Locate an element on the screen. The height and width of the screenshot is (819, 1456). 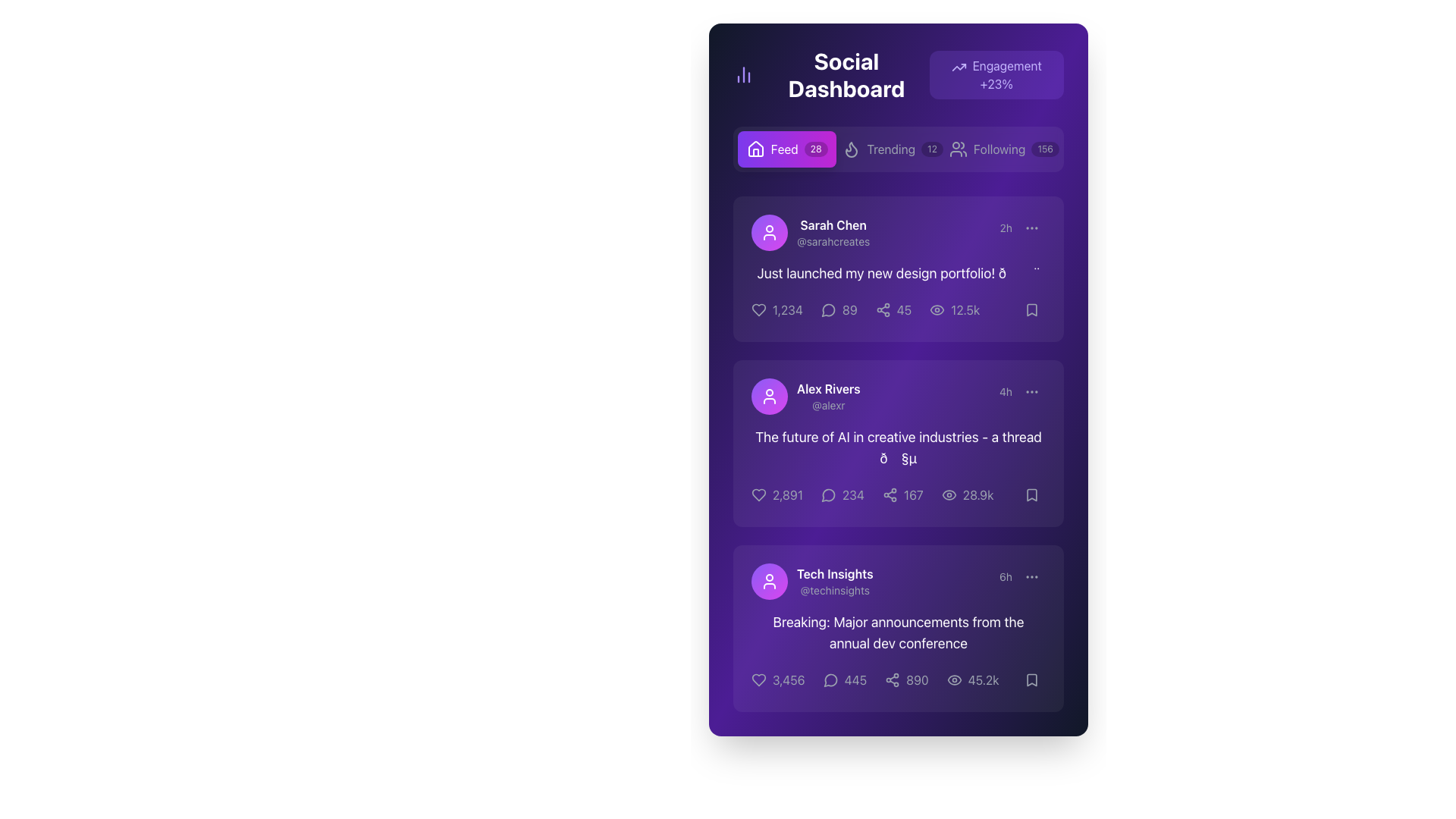
the user profile icon in the Profile Header, which is a circular icon filled with gradient coloring from violet to fuchsia, containing a white user icon in its center is located at coordinates (810, 233).